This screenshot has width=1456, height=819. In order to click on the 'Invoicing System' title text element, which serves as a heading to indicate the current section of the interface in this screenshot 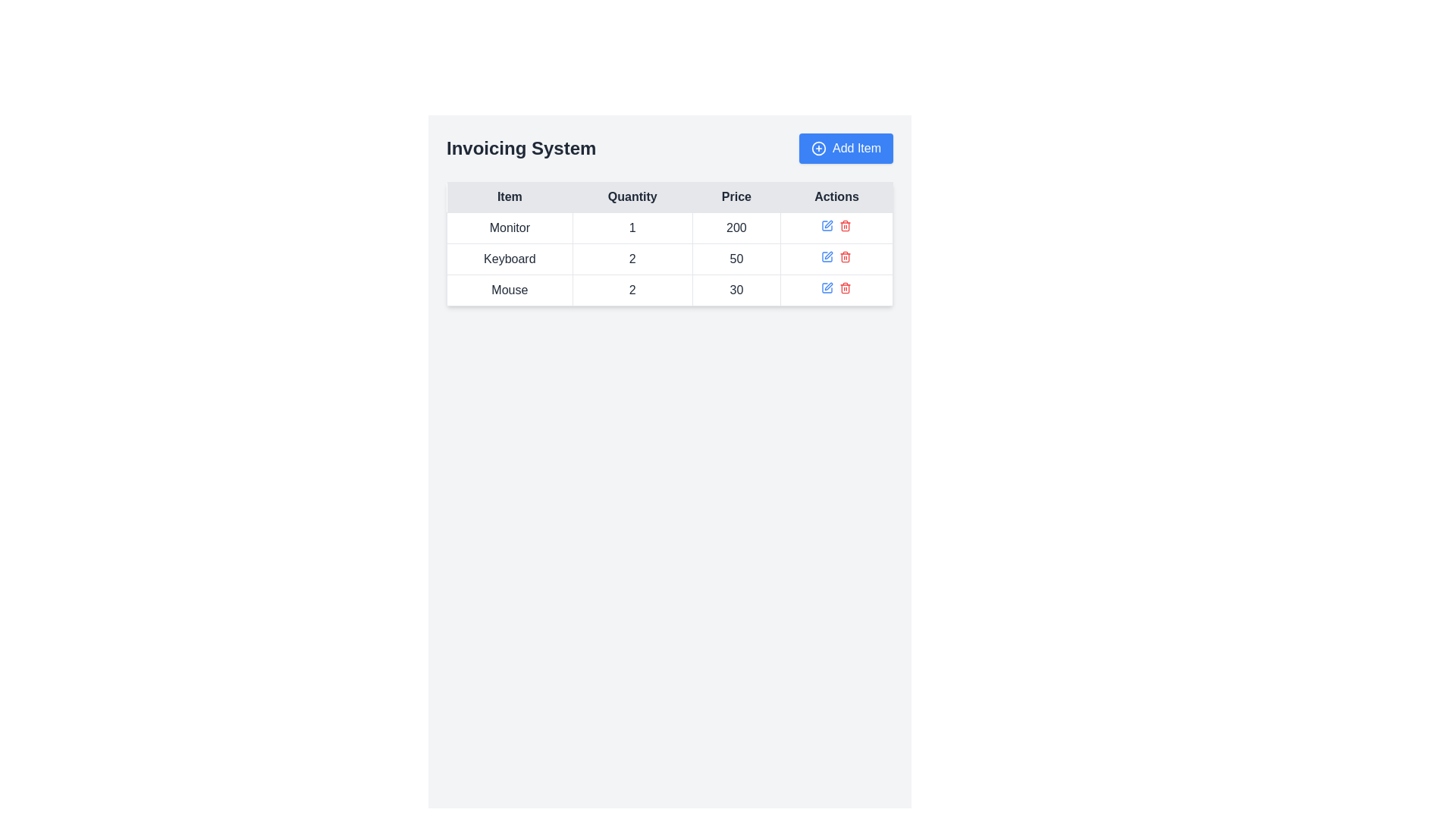, I will do `click(521, 149)`.